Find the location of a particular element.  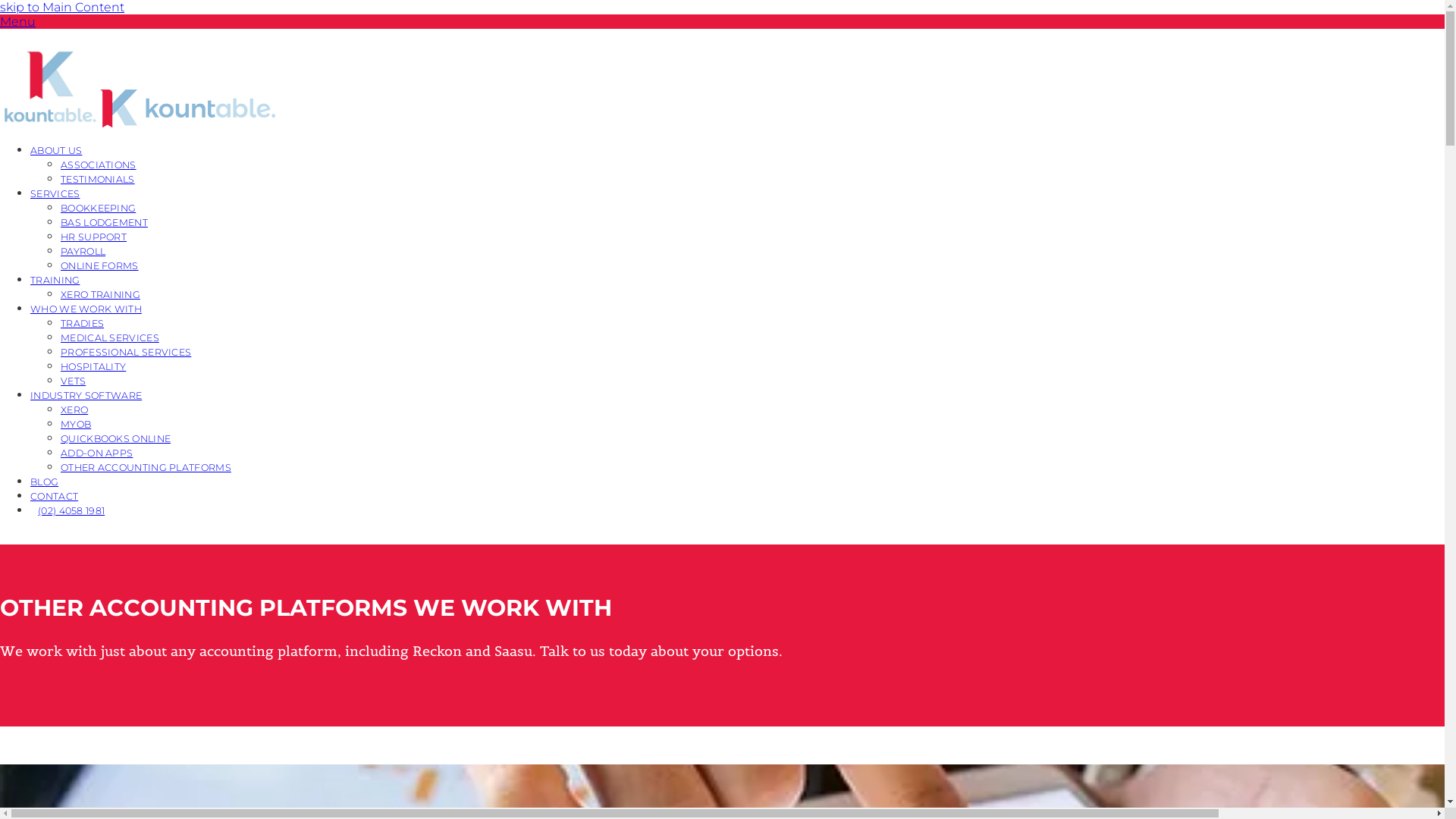

'Menu' is located at coordinates (17, 21).